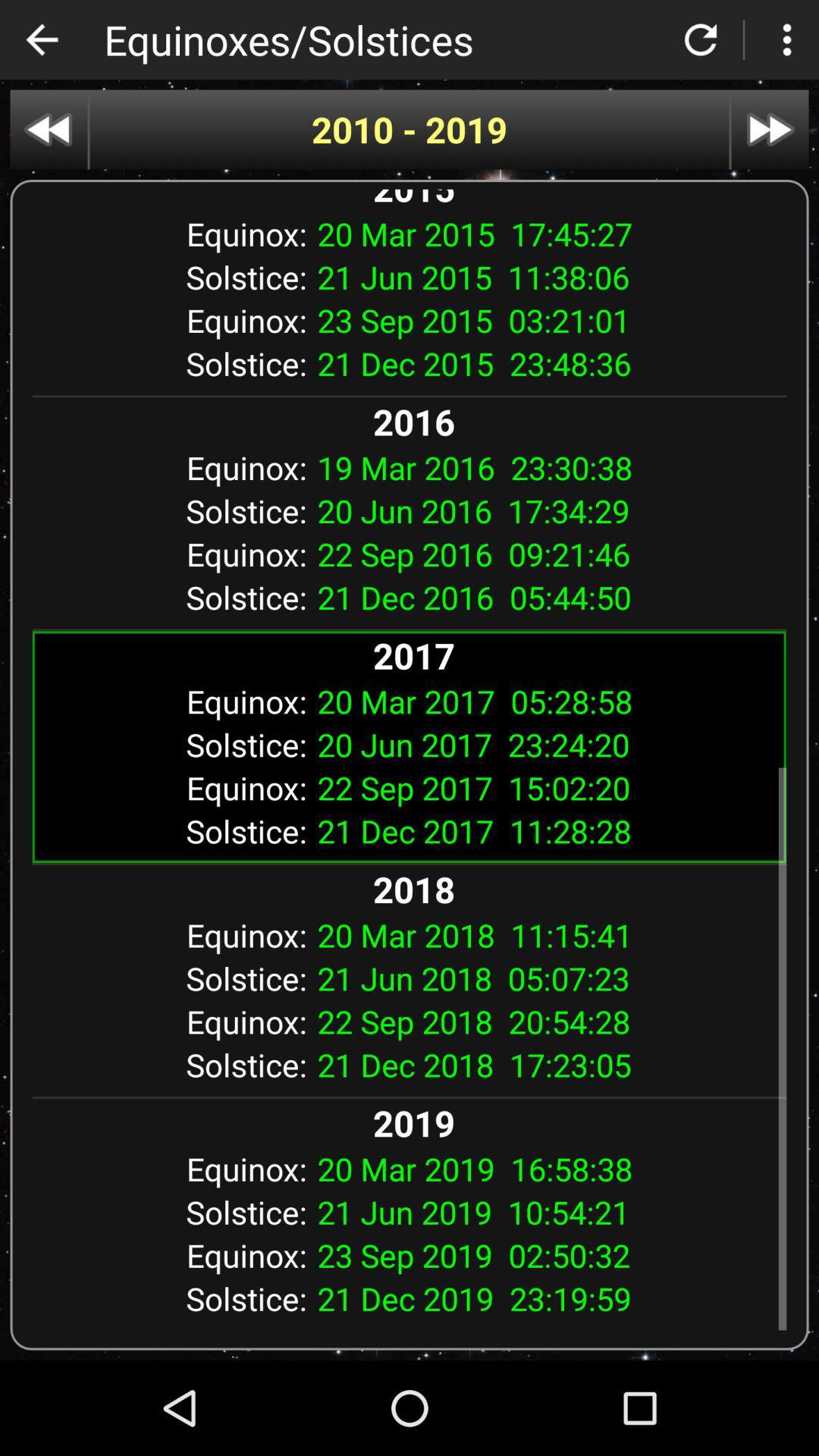 This screenshot has width=819, height=1456. Describe the element at coordinates (786, 39) in the screenshot. I see `show more options` at that location.